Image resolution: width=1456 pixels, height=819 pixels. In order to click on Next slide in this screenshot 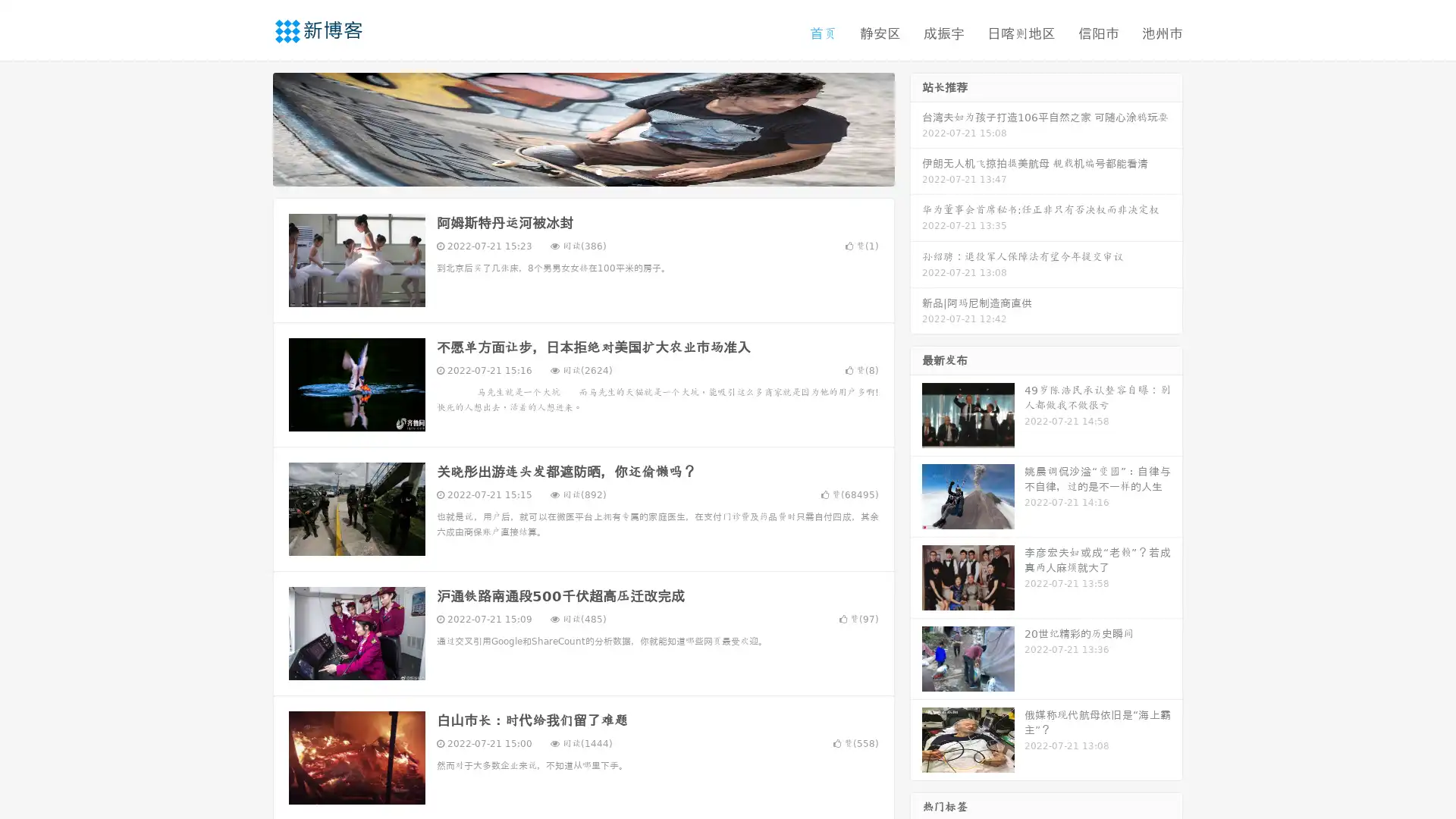, I will do `click(916, 127)`.